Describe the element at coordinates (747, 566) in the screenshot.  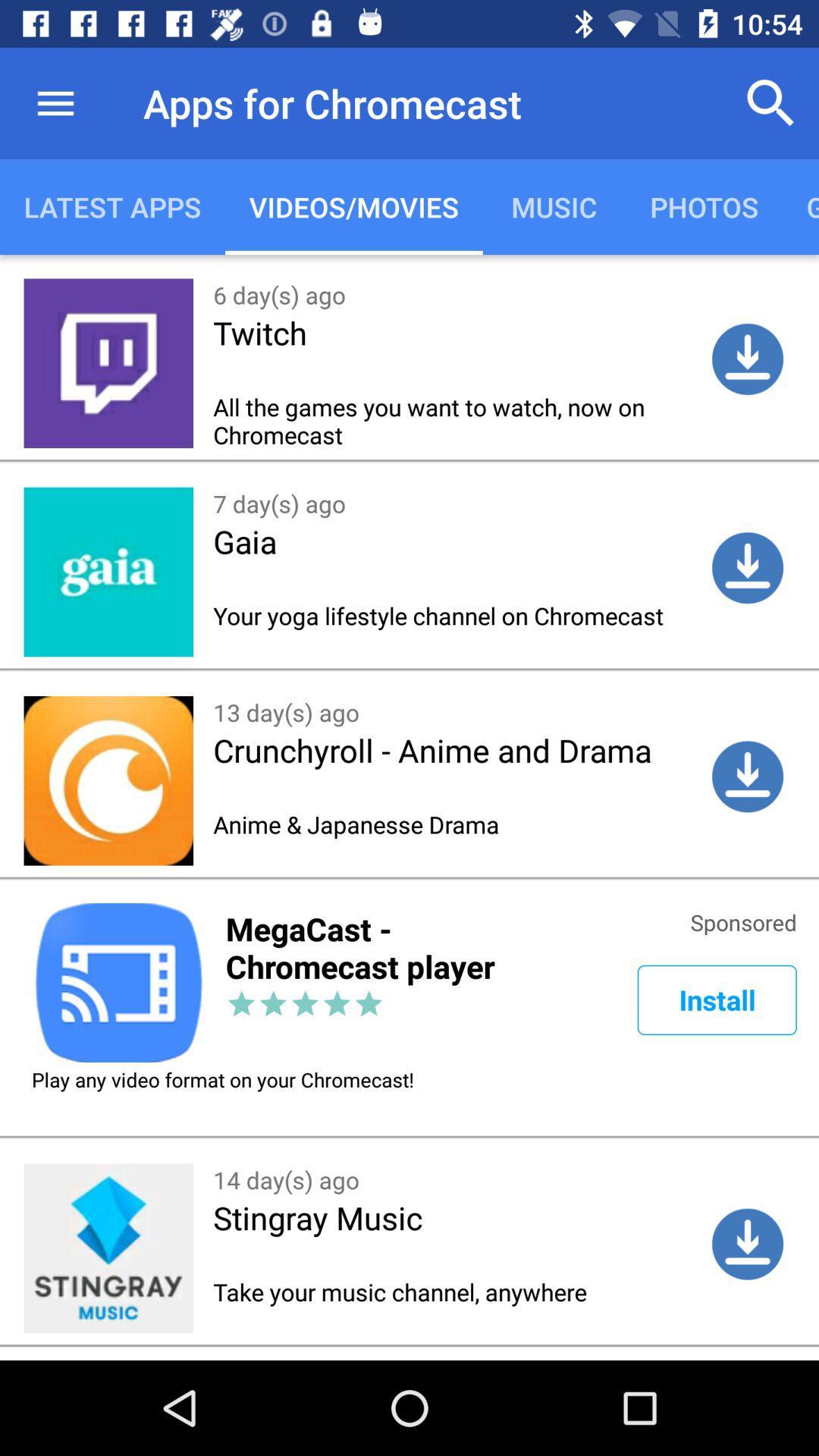
I see `the second download icon which is next to gaia` at that location.